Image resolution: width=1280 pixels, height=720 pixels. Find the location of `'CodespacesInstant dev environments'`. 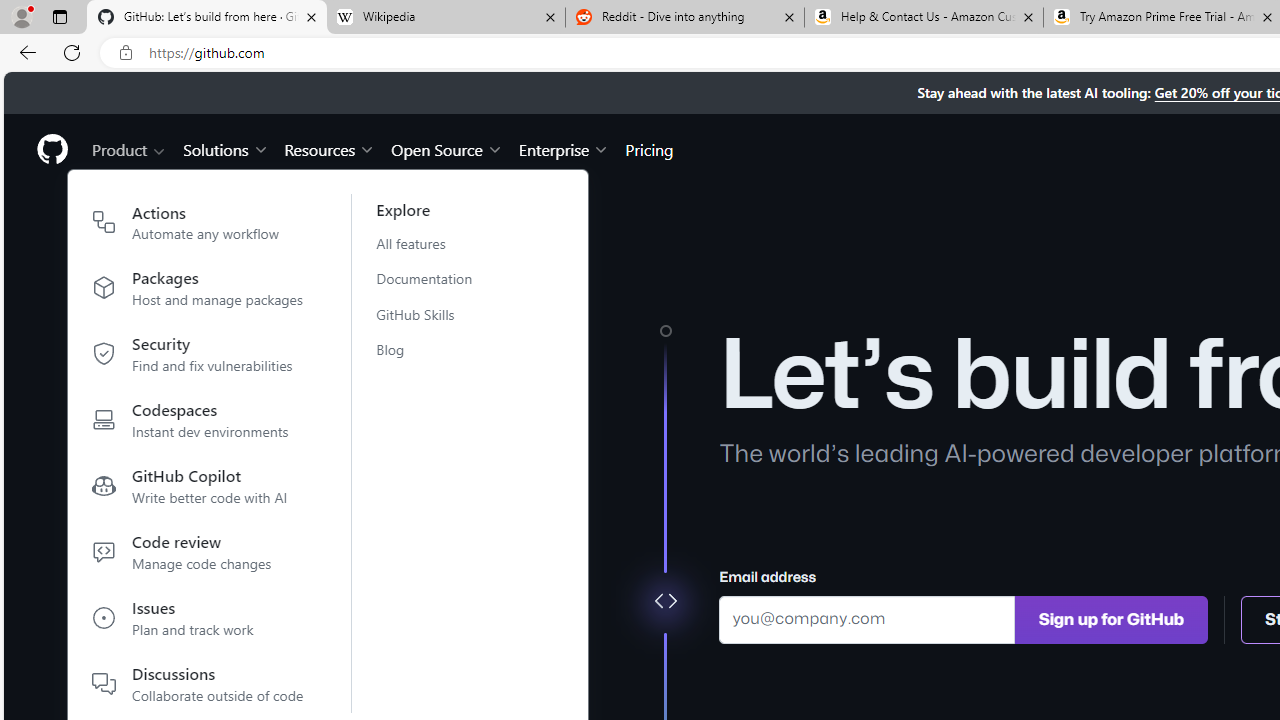

'CodespacesInstant dev environments' is located at coordinates (198, 423).